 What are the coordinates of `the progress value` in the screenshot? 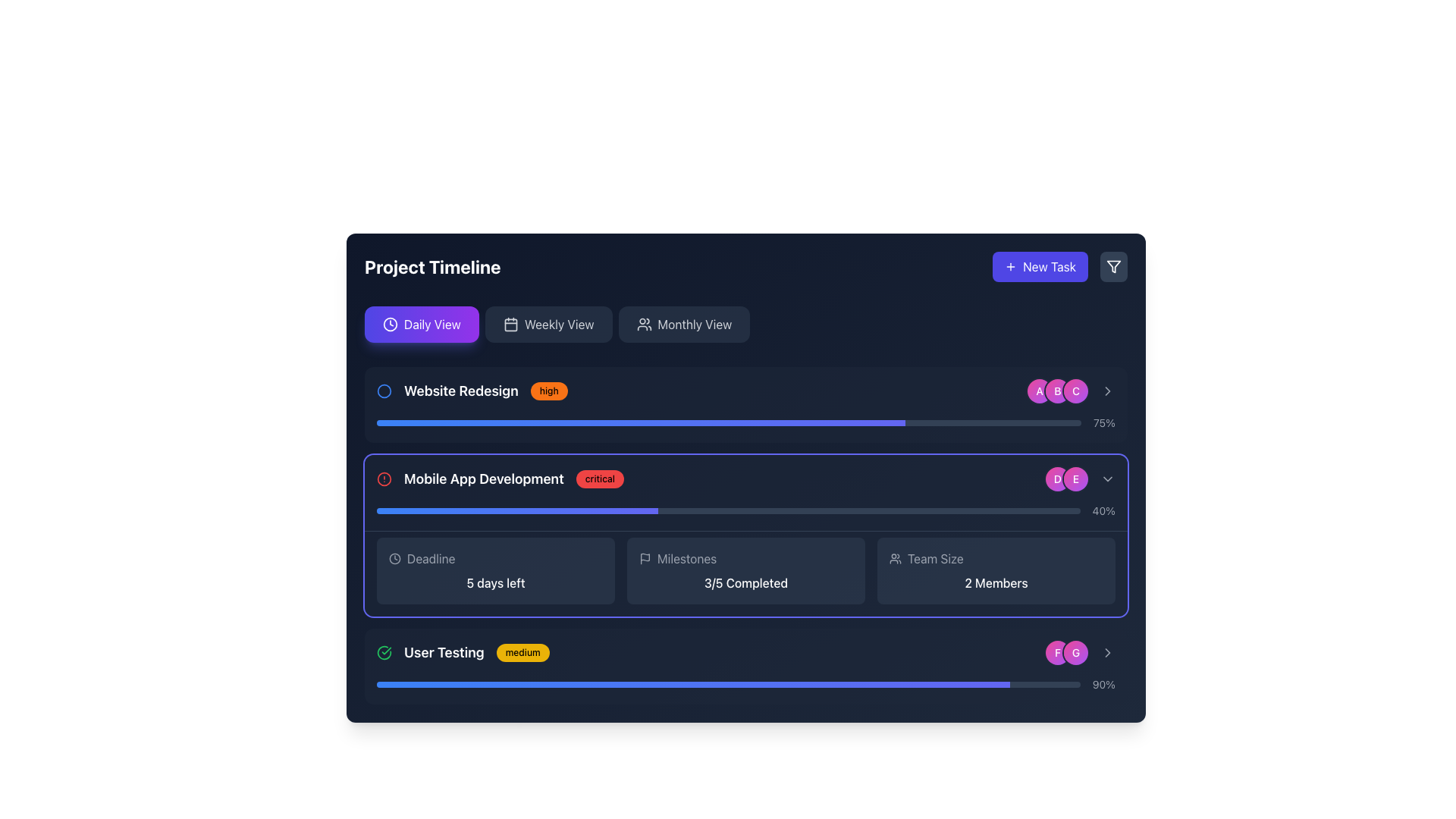 It's located at (825, 684).